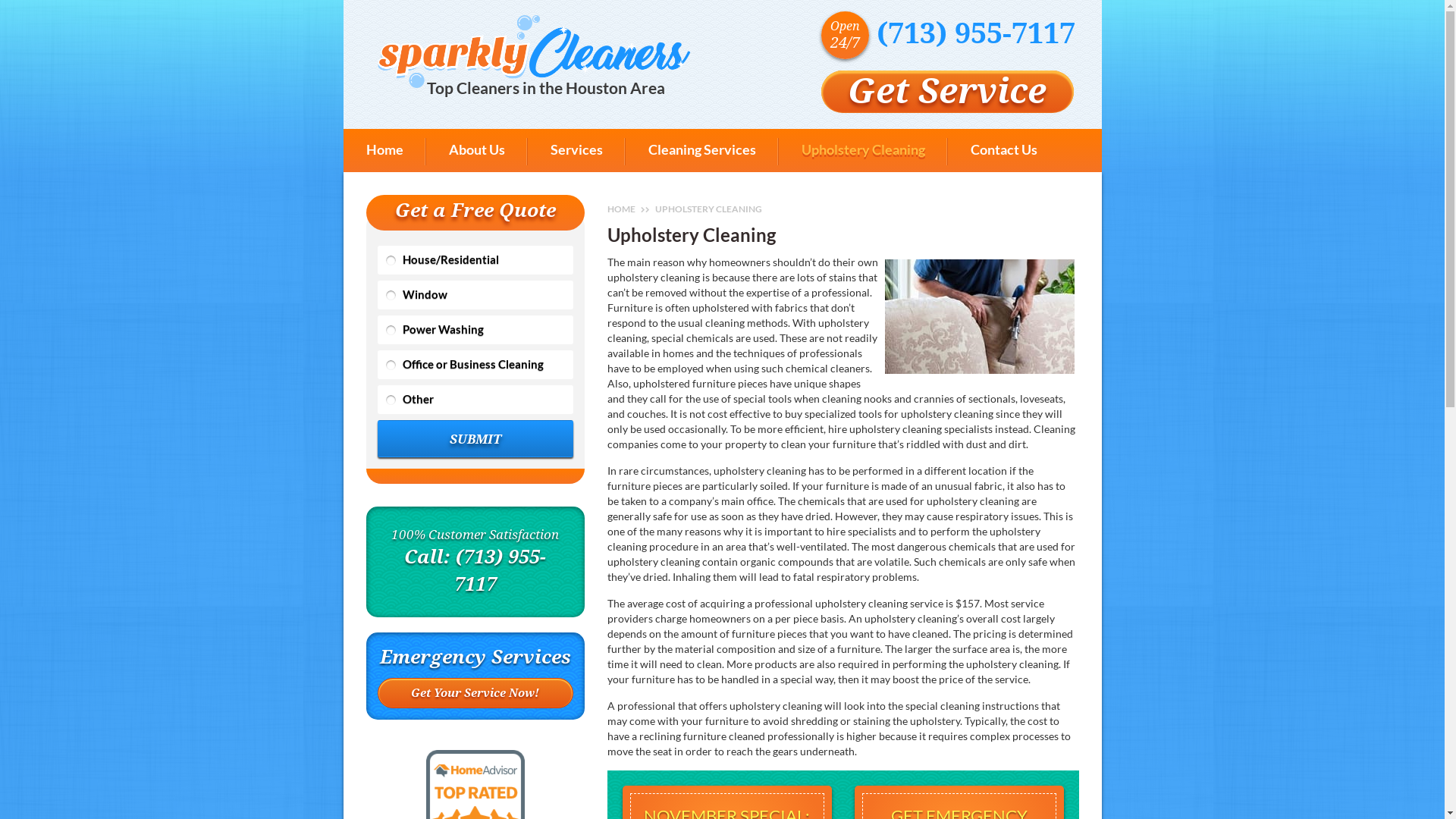 The width and height of the screenshot is (1456, 819). What do you see at coordinates (384, 149) in the screenshot?
I see `'Home'` at bounding box center [384, 149].